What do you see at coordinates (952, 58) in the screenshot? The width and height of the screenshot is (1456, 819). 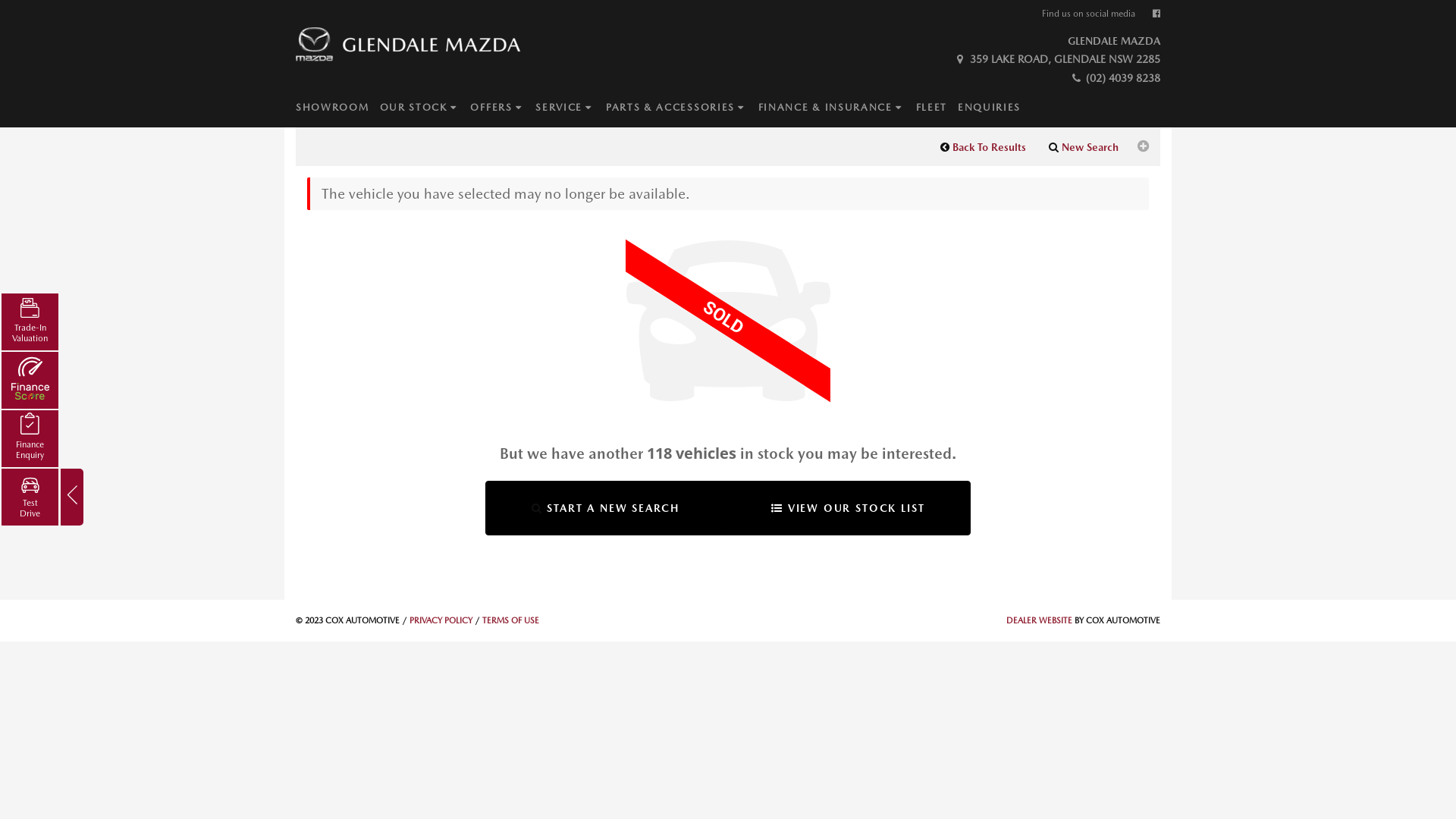 I see `'359 LAKE ROAD, GLENDALE NSW 2285'` at bounding box center [952, 58].